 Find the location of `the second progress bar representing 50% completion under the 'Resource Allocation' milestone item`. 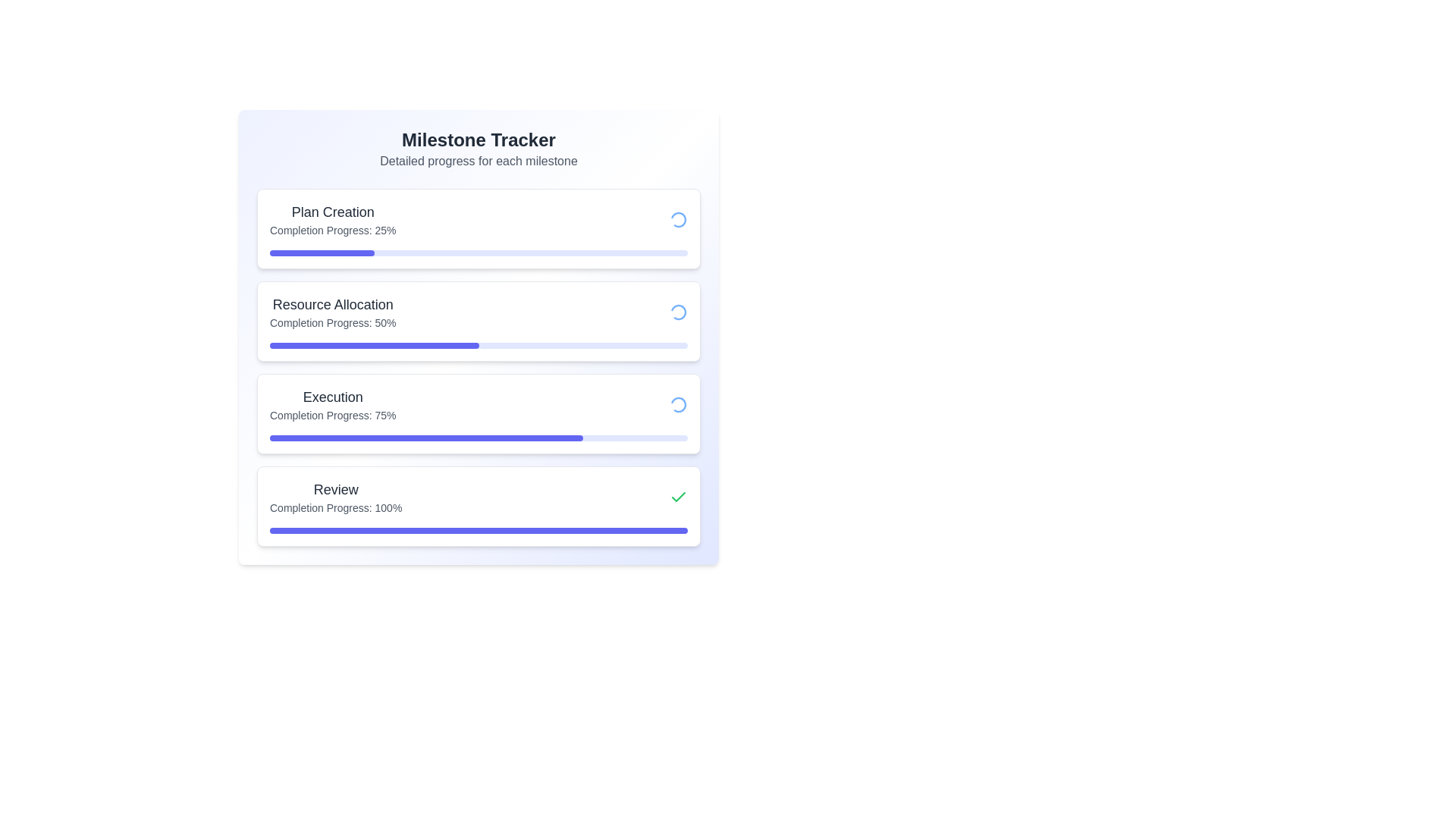

the second progress bar representing 50% completion under the 'Resource Allocation' milestone item is located at coordinates (374, 345).